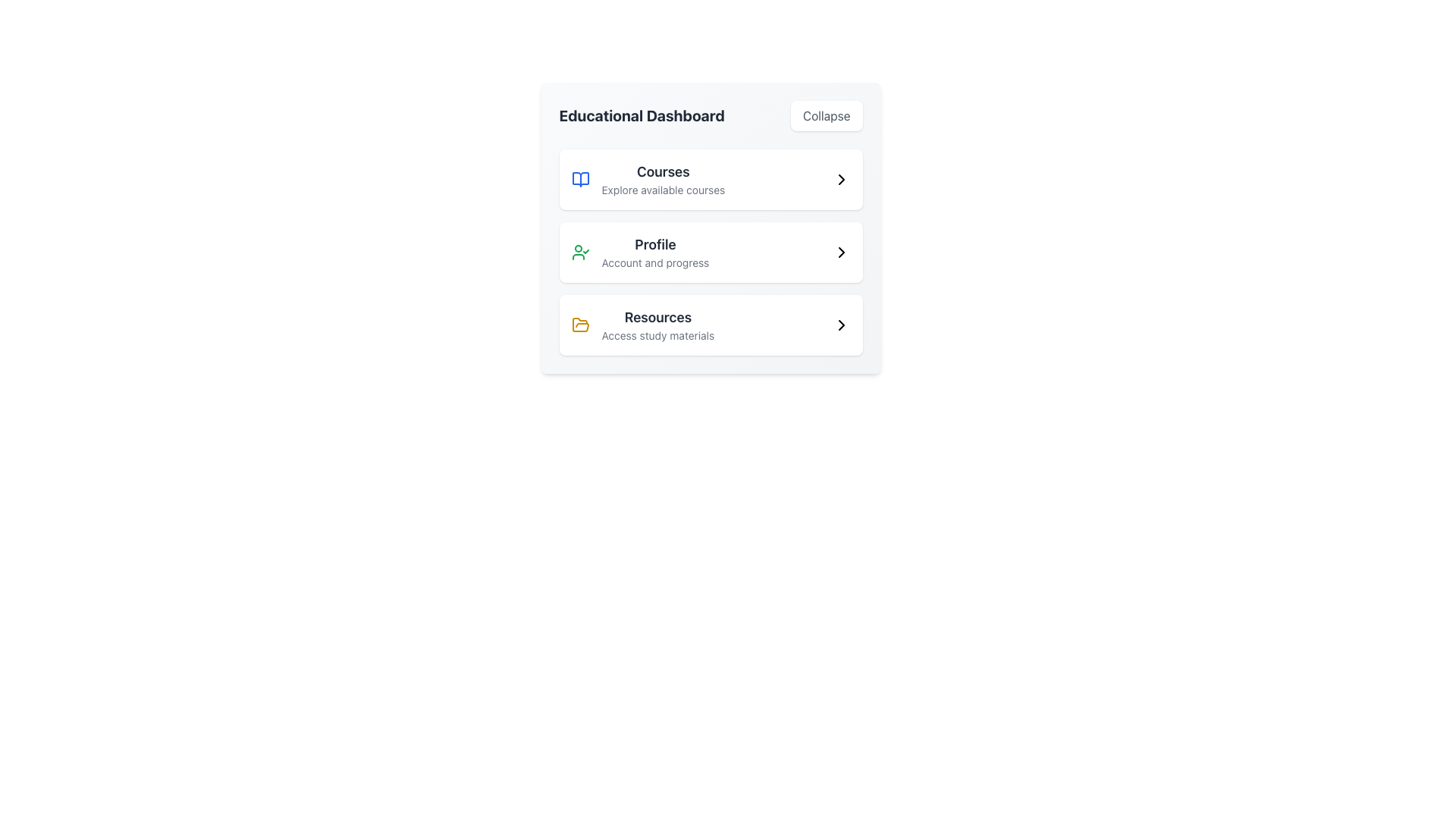 Image resolution: width=1456 pixels, height=819 pixels. Describe the element at coordinates (840, 324) in the screenshot. I see `the chevron icon located at the far right edge of the 'Resources' item in the vertical list to interact with it` at that location.